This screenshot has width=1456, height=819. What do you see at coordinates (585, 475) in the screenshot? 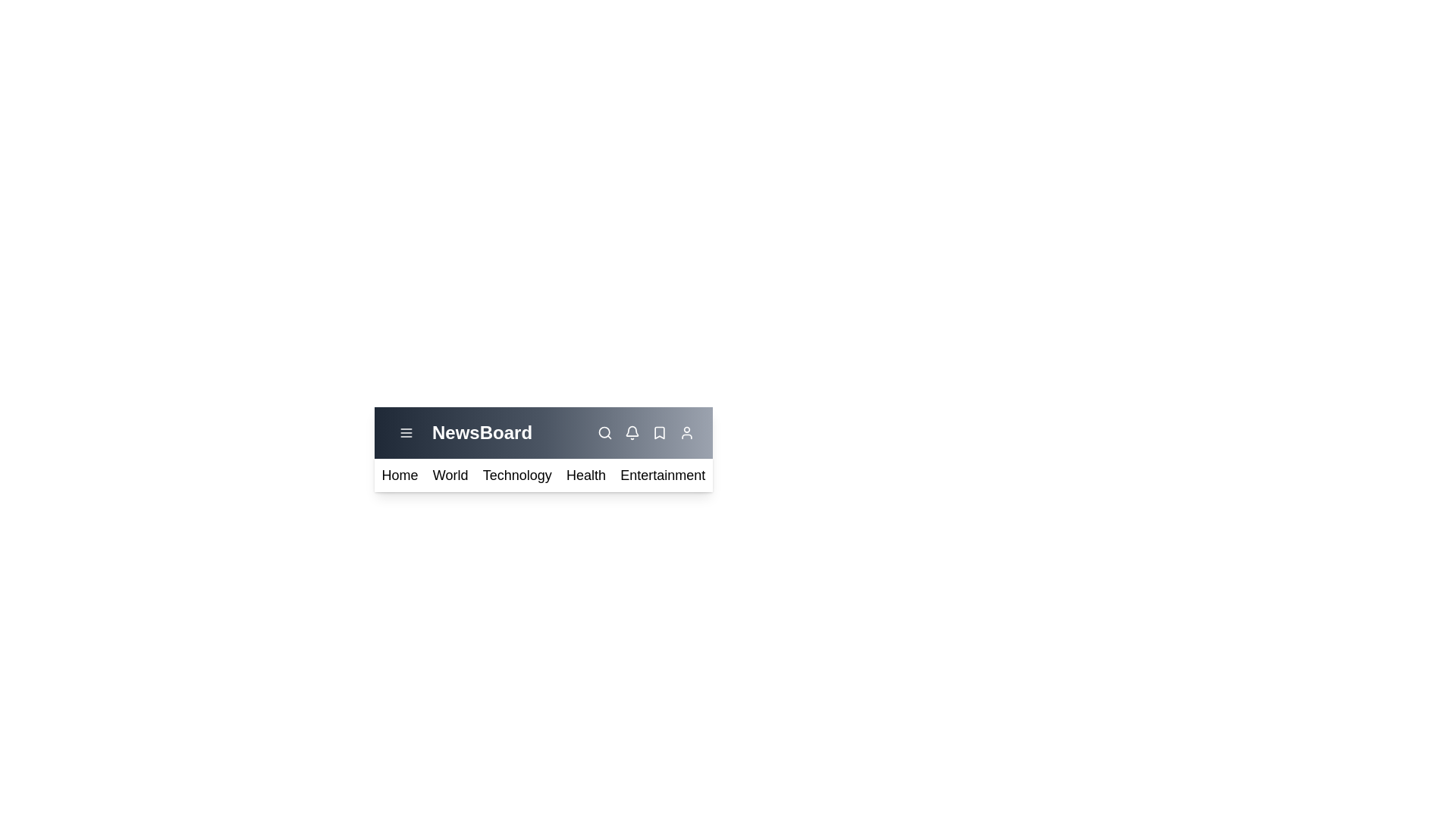
I see `the category Health from the menu` at bounding box center [585, 475].